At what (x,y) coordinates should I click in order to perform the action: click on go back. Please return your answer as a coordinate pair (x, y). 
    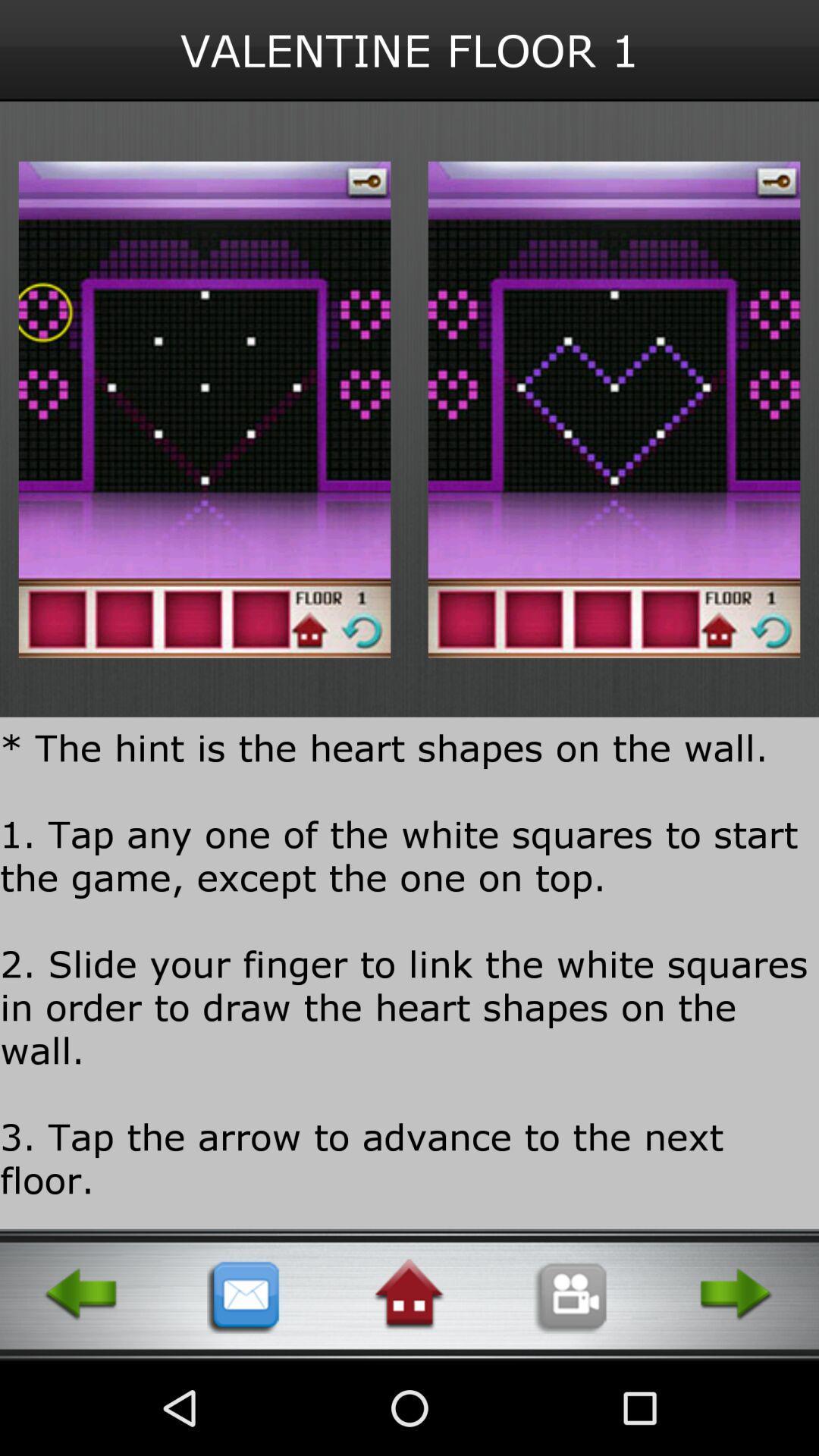
    Looking at the image, I should click on (82, 1294).